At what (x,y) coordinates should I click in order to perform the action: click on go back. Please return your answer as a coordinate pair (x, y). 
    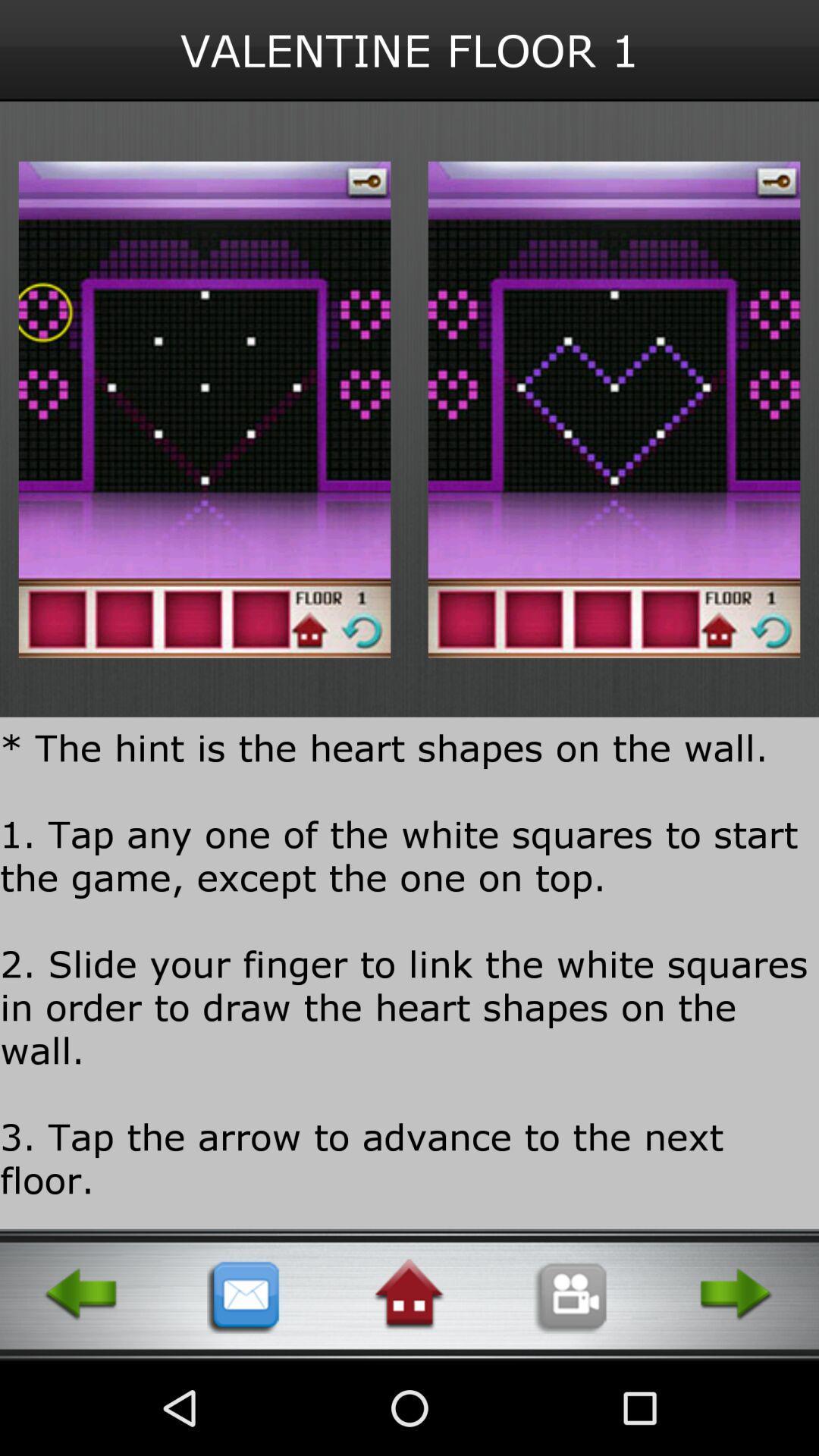
    Looking at the image, I should click on (82, 1294).